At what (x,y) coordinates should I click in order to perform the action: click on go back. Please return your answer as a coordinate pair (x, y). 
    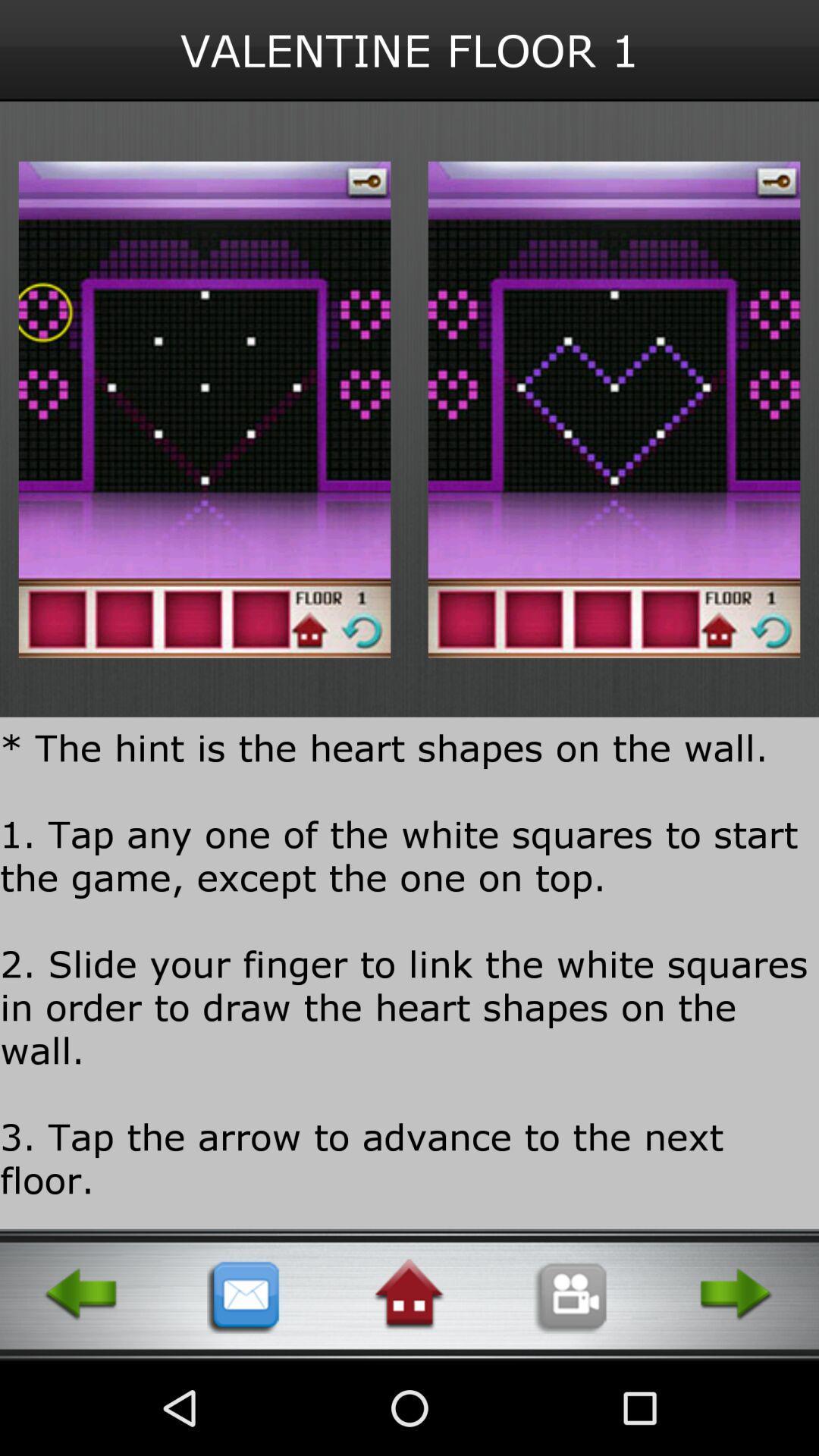
    Looking at the image, I should click on (82, 1294).